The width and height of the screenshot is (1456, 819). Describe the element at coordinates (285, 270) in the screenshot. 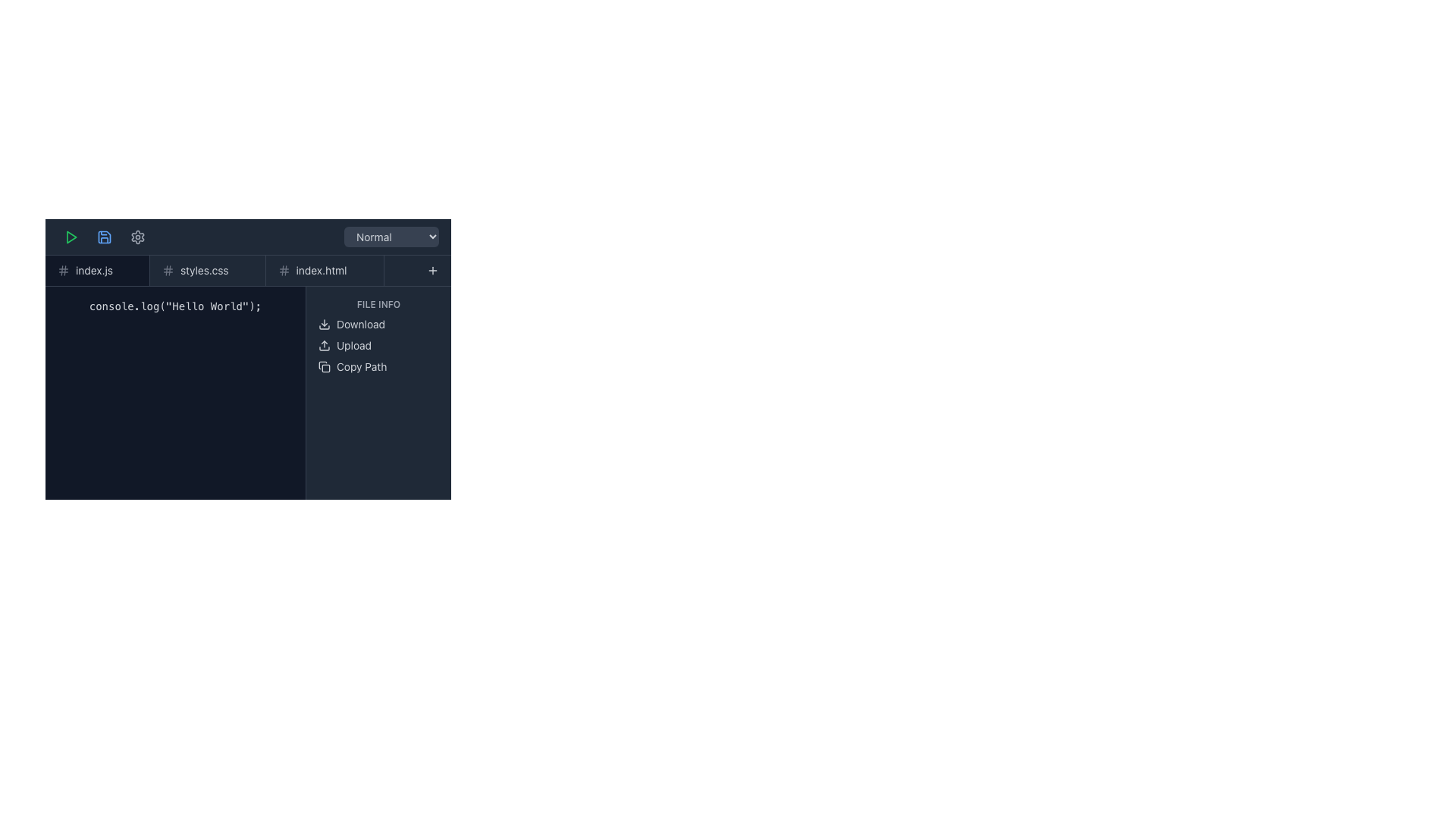

I see `fourth vertical line of the hash symbol in the navigation header, which is a decorative line component within an SVG` at that location.